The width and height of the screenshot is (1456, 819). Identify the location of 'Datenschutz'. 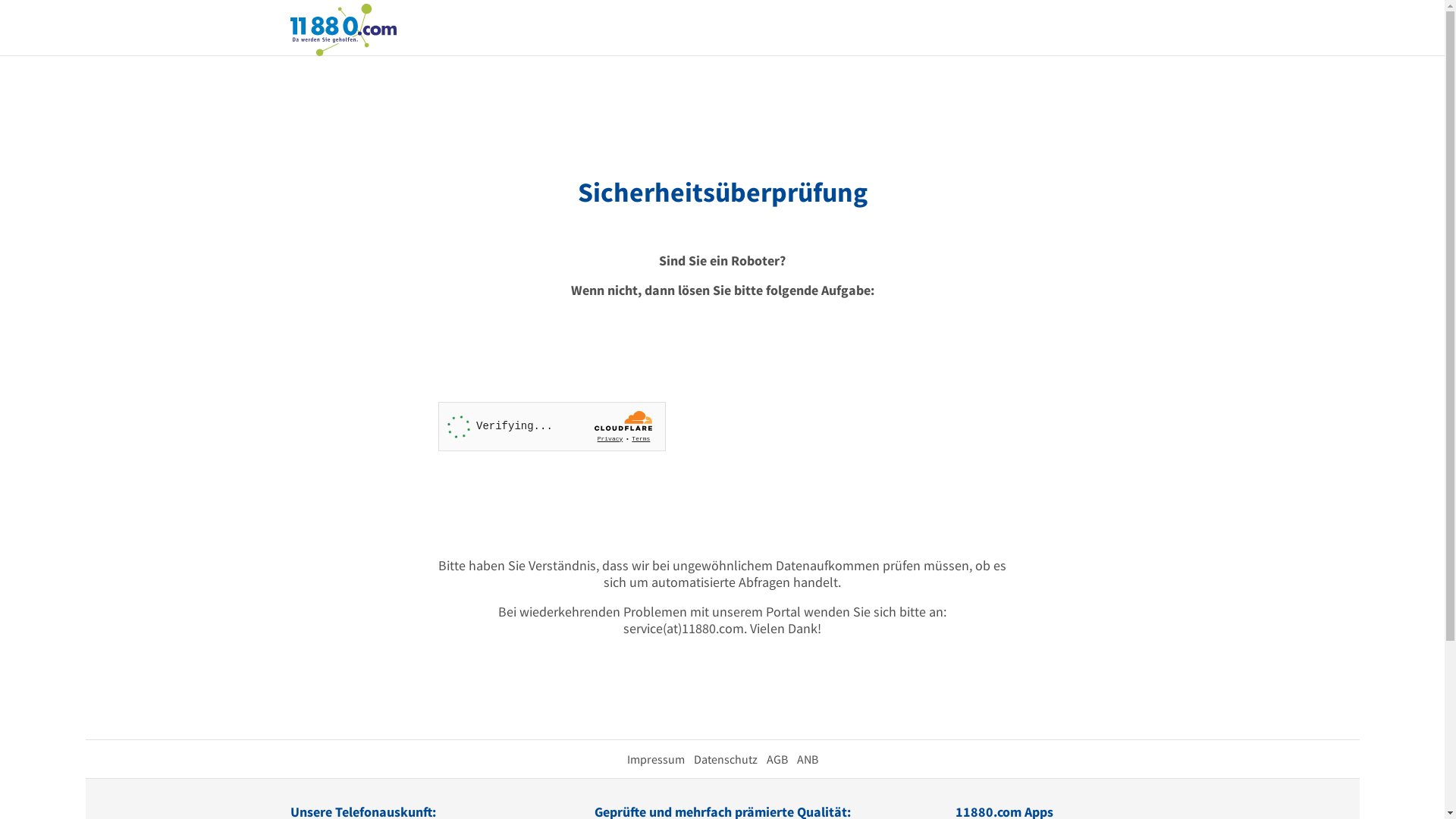
(723, 759).